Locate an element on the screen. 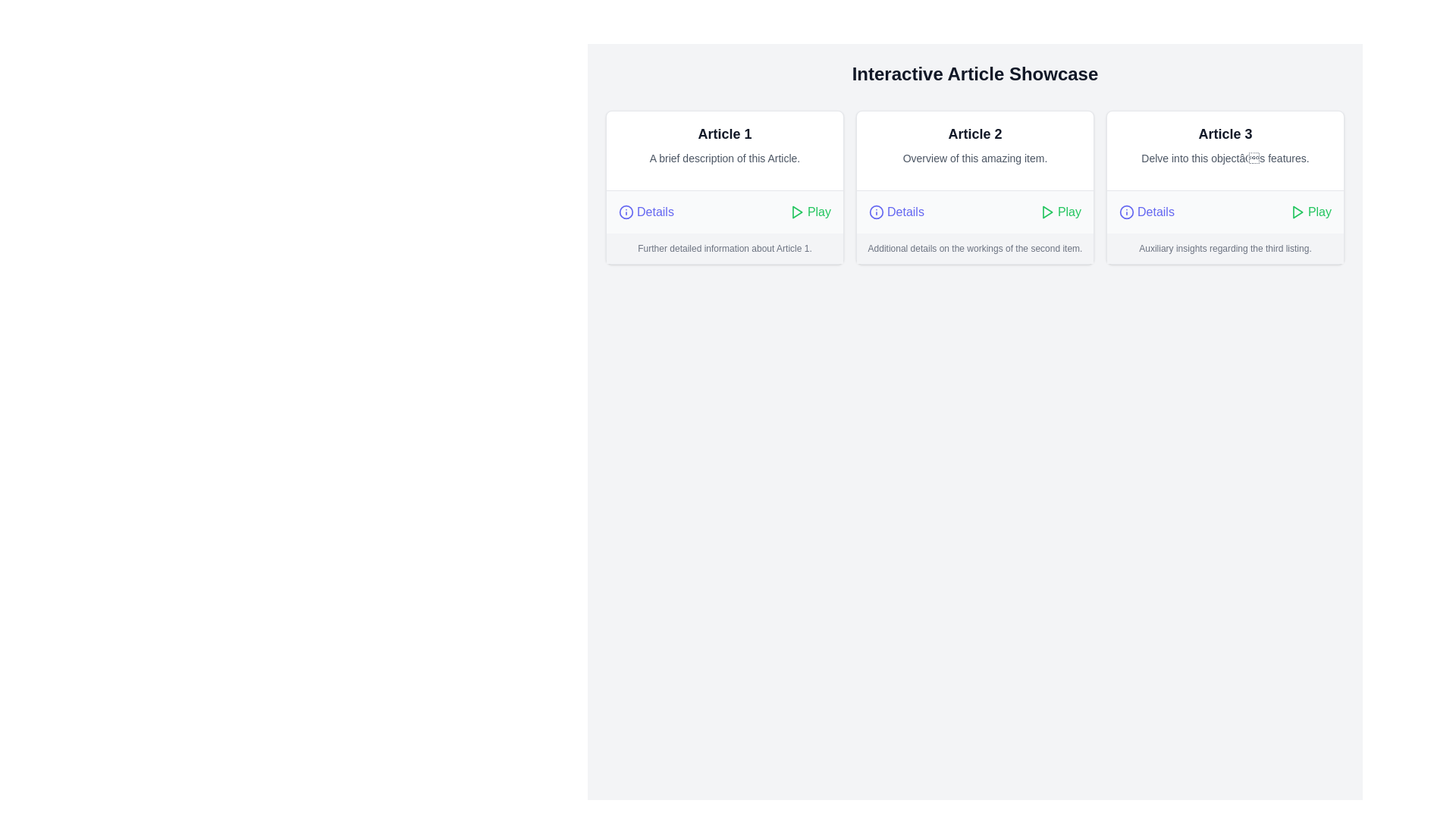  the 'Play' button, which features green text and a play icon, located in the third column next to the 'Details' button for 'Article 3' is located at coordinates (1310, 212).